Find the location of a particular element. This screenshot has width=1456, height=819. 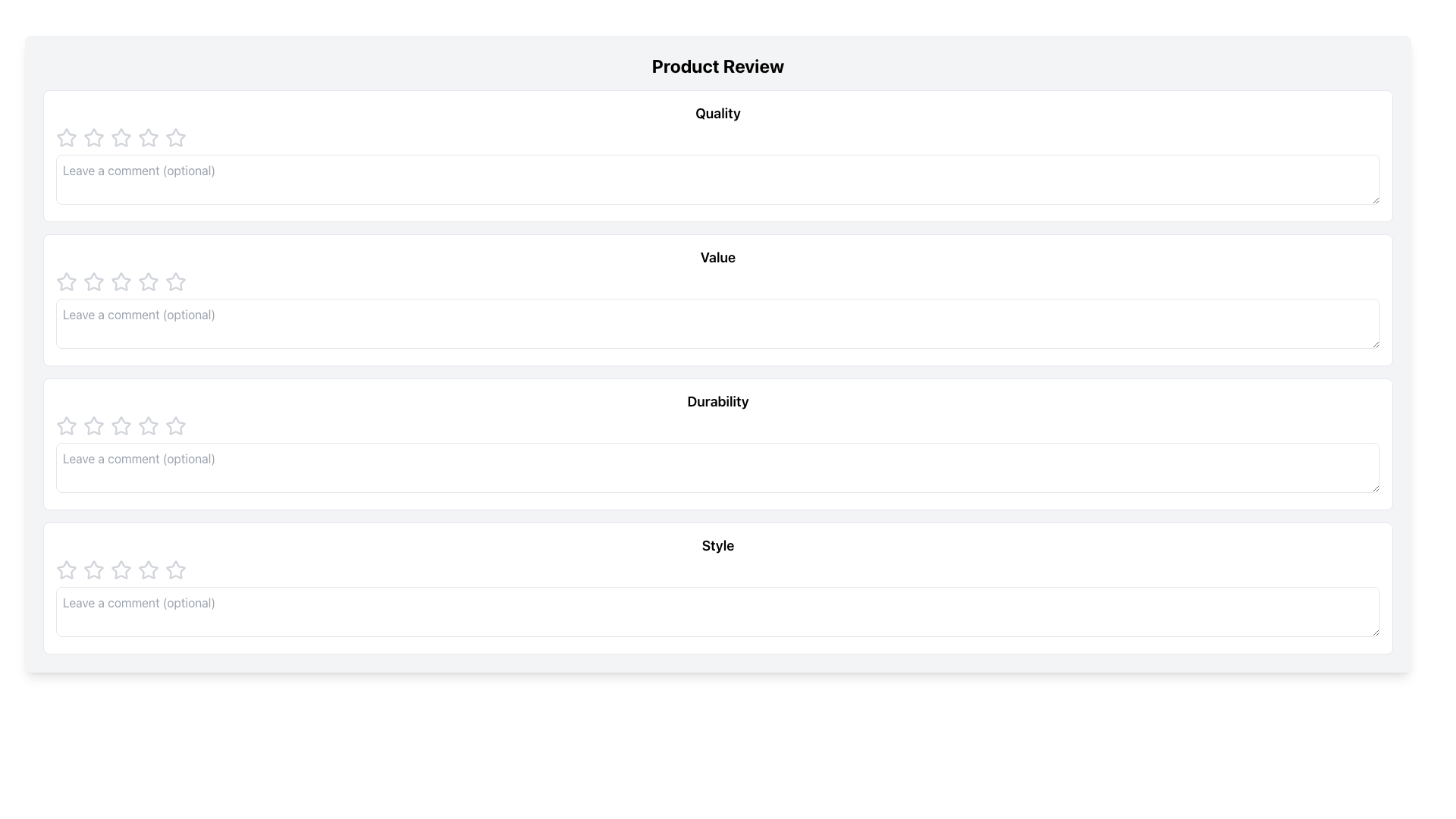

the first star icon is located at coordinates (65, 426).